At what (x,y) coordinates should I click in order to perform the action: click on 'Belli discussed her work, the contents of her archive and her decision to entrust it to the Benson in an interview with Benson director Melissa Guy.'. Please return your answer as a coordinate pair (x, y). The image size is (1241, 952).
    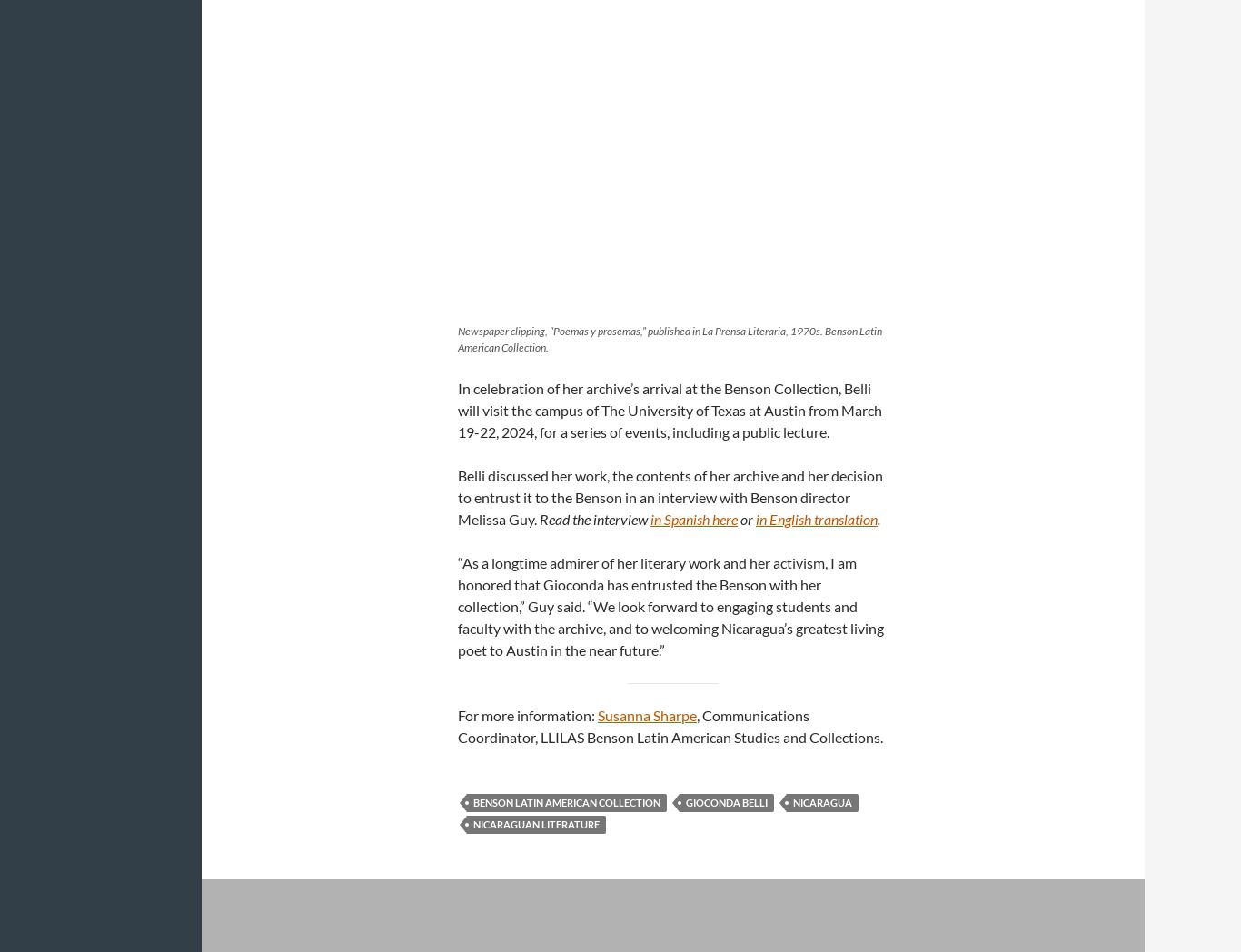
    Looking at the image, I should click on (670, 495).